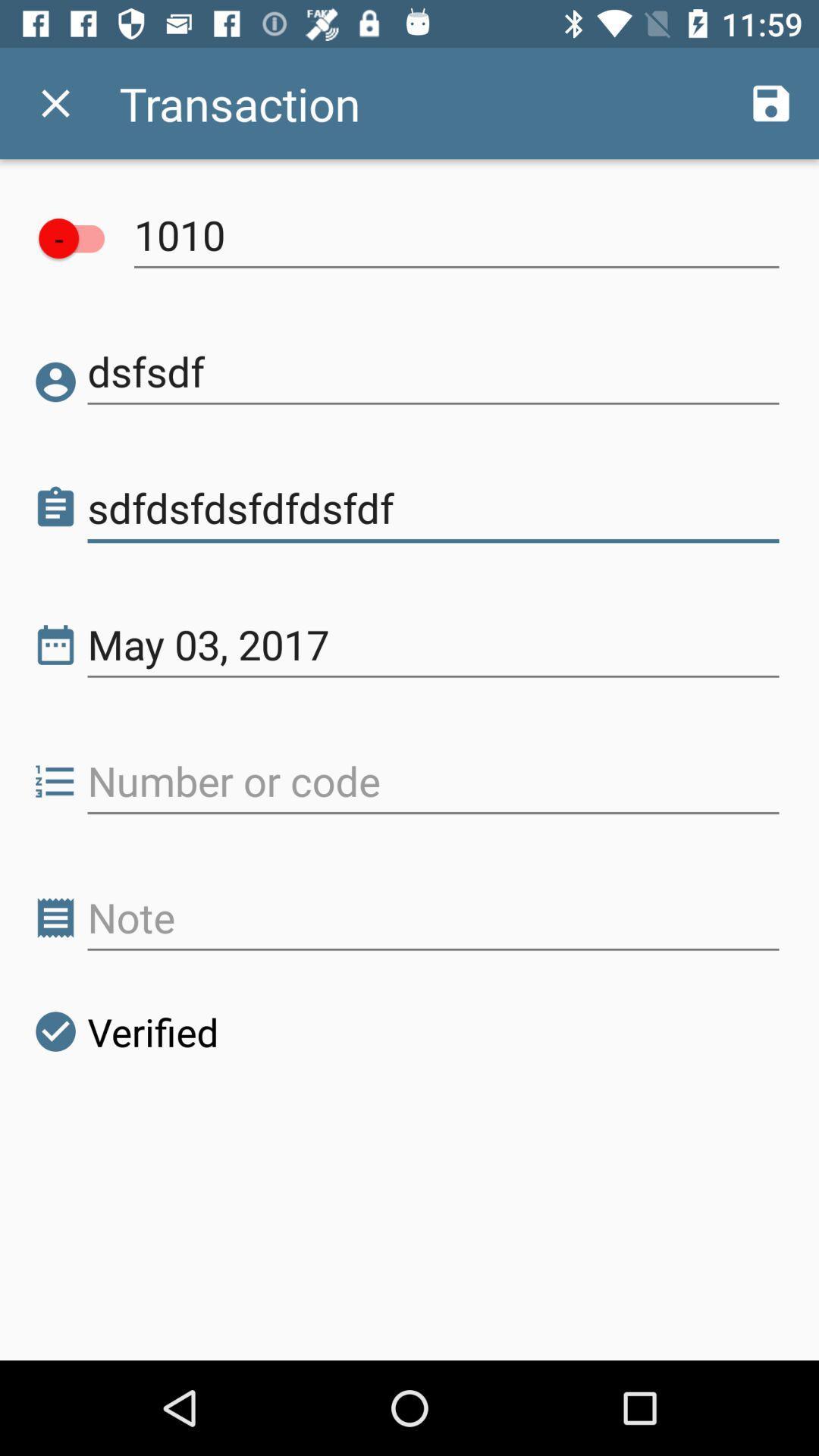 The image size is (819, 1456). Describe the element at coordinates (79, 237) in the screenshot. I see `account` at that location.